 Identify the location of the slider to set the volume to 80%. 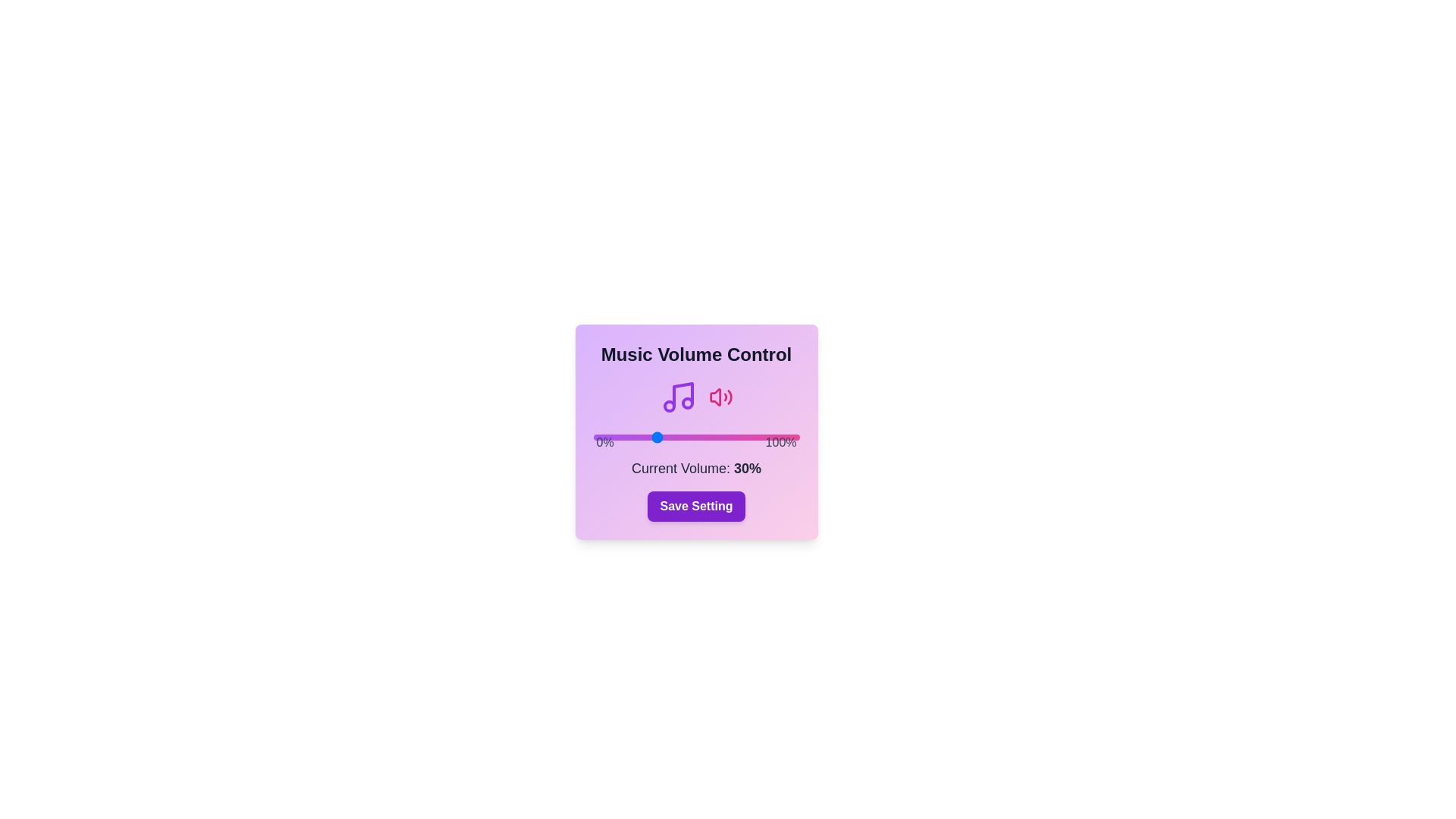
(758, 438).